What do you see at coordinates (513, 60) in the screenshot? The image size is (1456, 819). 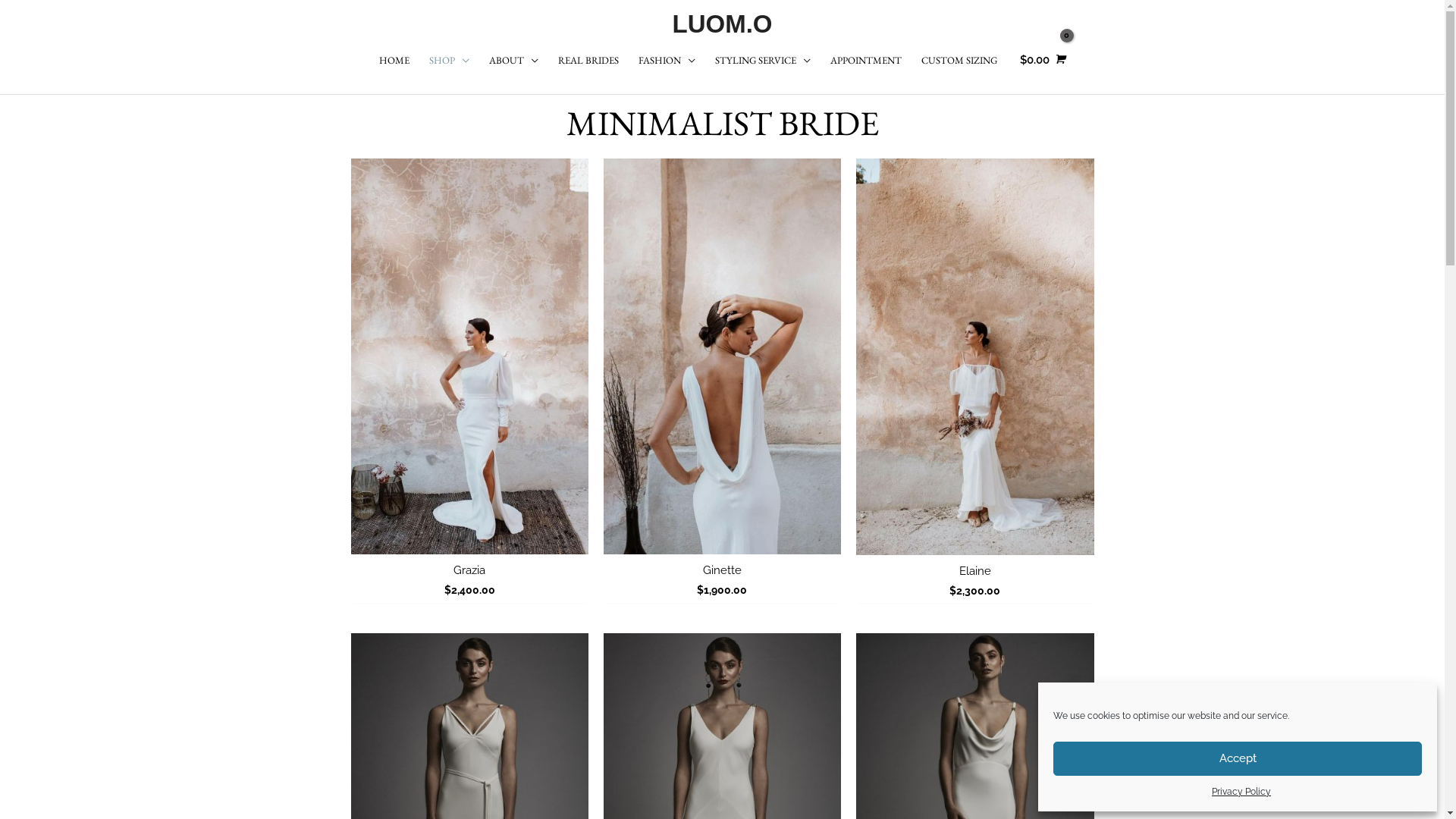 I see `'ABOUT'` at bounding box center [513, 60].